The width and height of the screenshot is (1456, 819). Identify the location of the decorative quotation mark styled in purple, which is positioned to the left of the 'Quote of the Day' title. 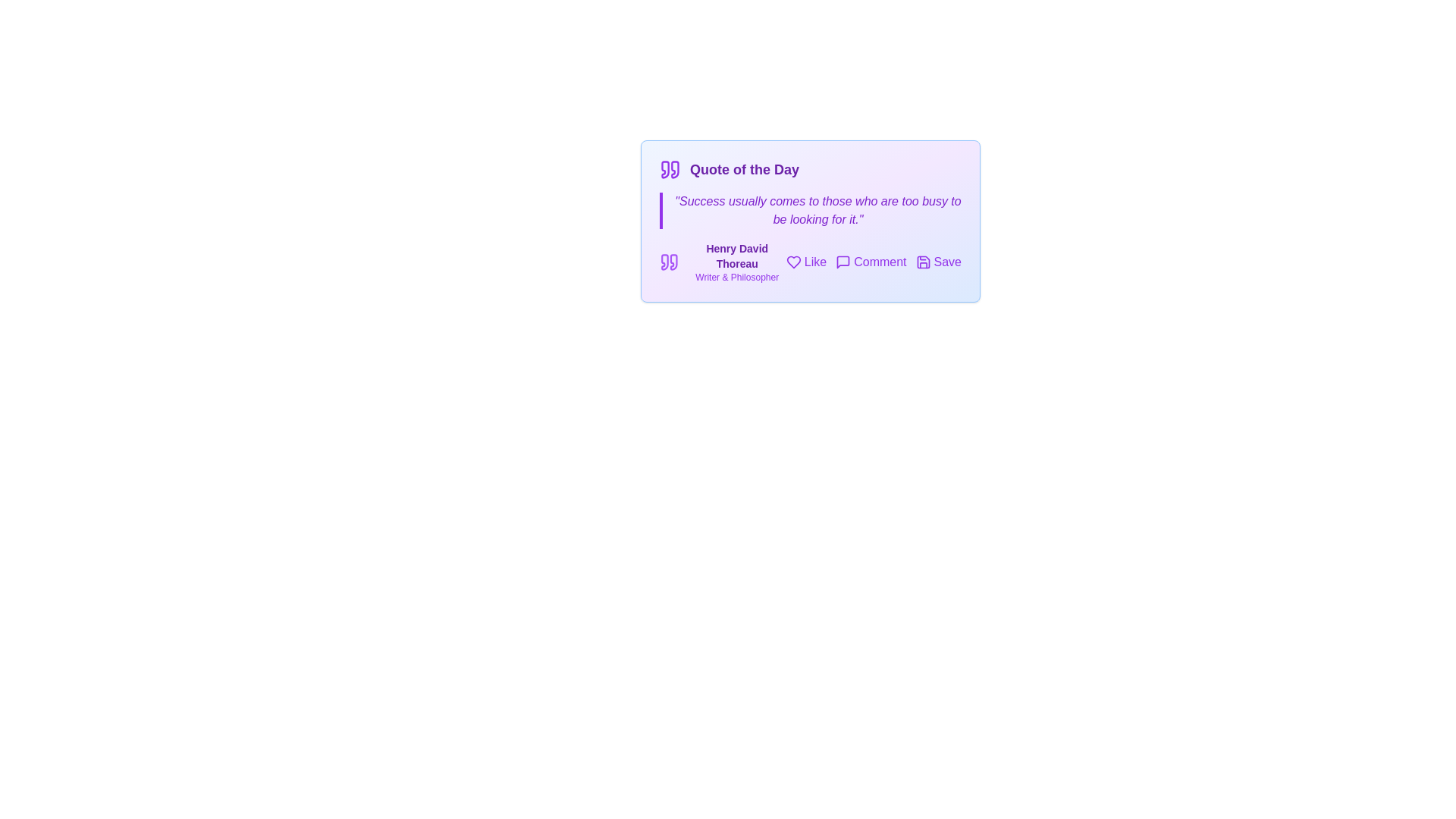
(665, 169).